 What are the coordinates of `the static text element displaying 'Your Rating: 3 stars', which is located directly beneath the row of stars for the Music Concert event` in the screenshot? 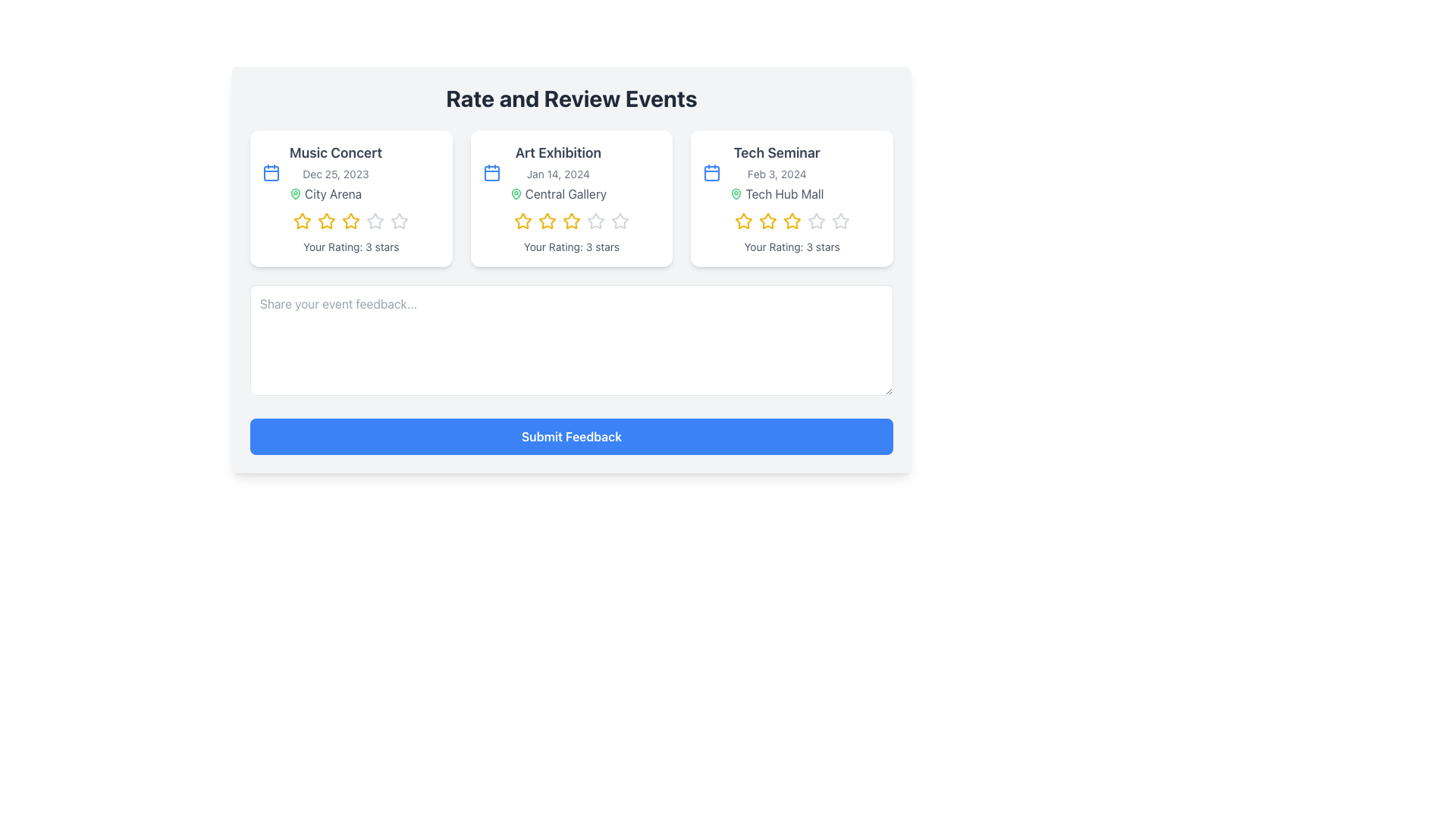 It's located at (350, 246).